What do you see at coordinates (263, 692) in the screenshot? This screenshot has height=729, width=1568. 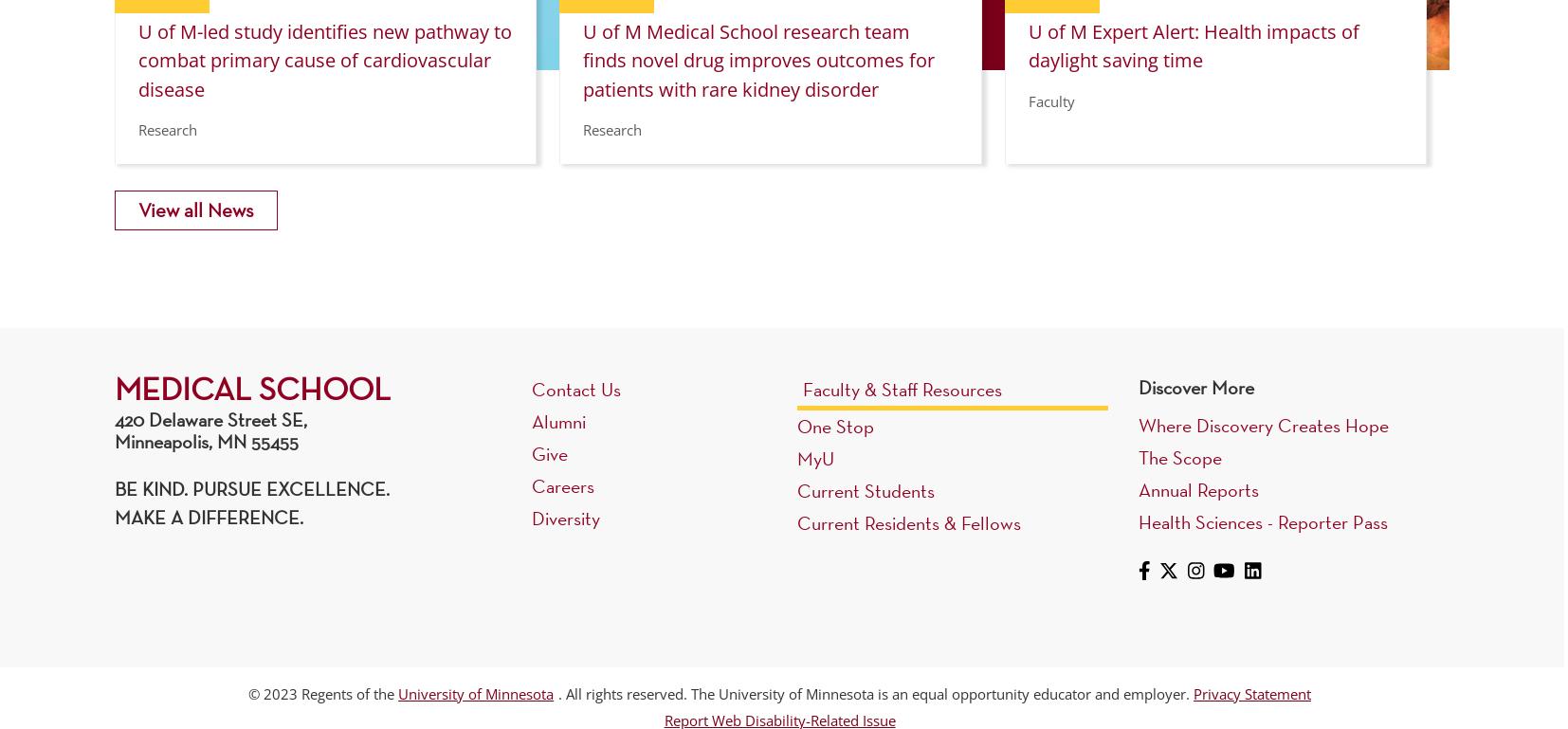 I see `'2023'` at bounding box center [263, 692].